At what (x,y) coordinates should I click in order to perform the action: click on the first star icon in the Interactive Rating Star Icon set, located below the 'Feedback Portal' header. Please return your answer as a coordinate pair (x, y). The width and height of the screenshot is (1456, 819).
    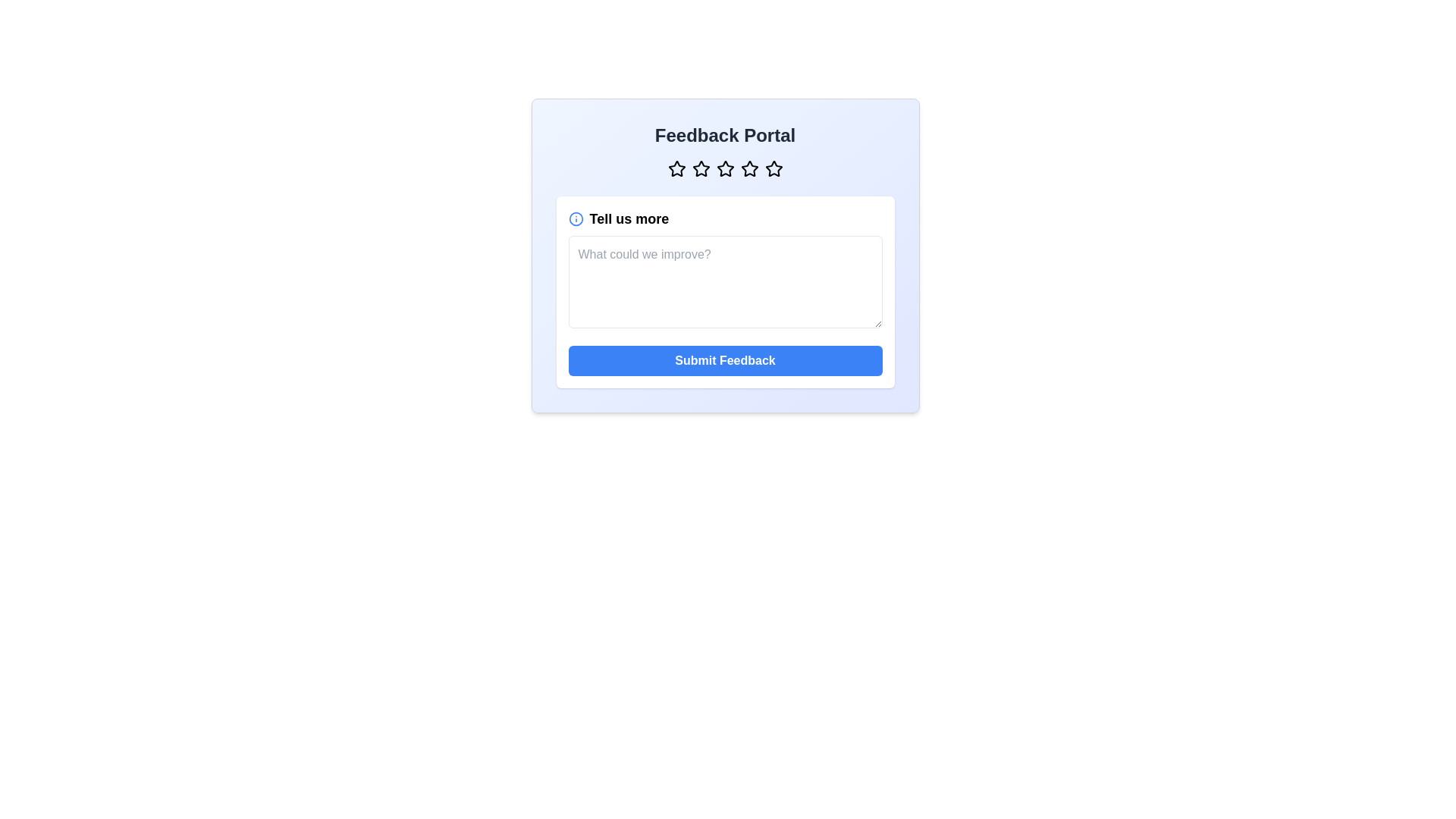
    Looking at the image, I should click on (676, 168).